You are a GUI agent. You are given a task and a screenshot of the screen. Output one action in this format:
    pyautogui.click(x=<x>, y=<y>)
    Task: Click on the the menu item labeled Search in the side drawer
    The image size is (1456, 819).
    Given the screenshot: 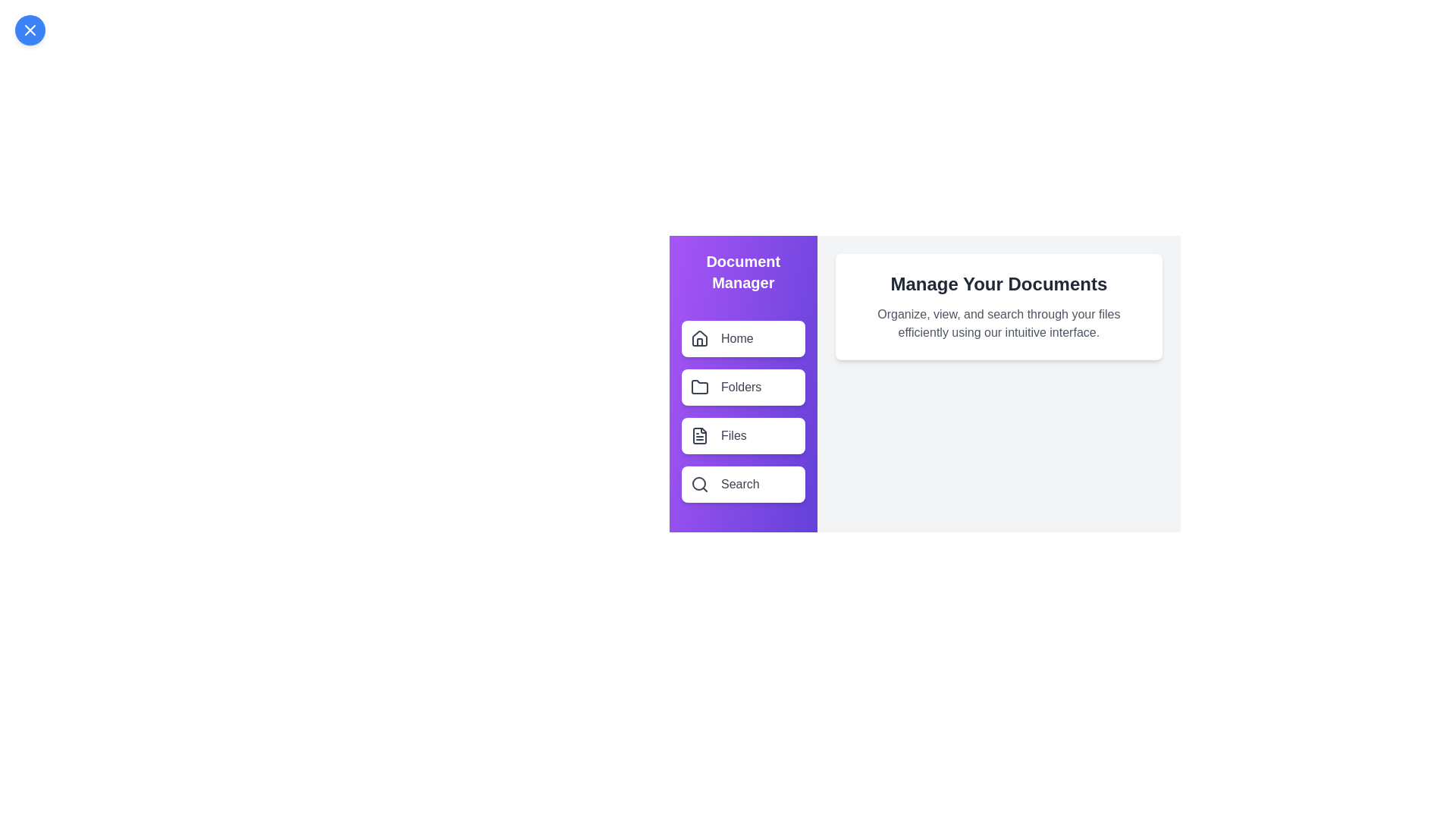 What is the action you would take?
    pyautogui.click(x=742, y=485)
    